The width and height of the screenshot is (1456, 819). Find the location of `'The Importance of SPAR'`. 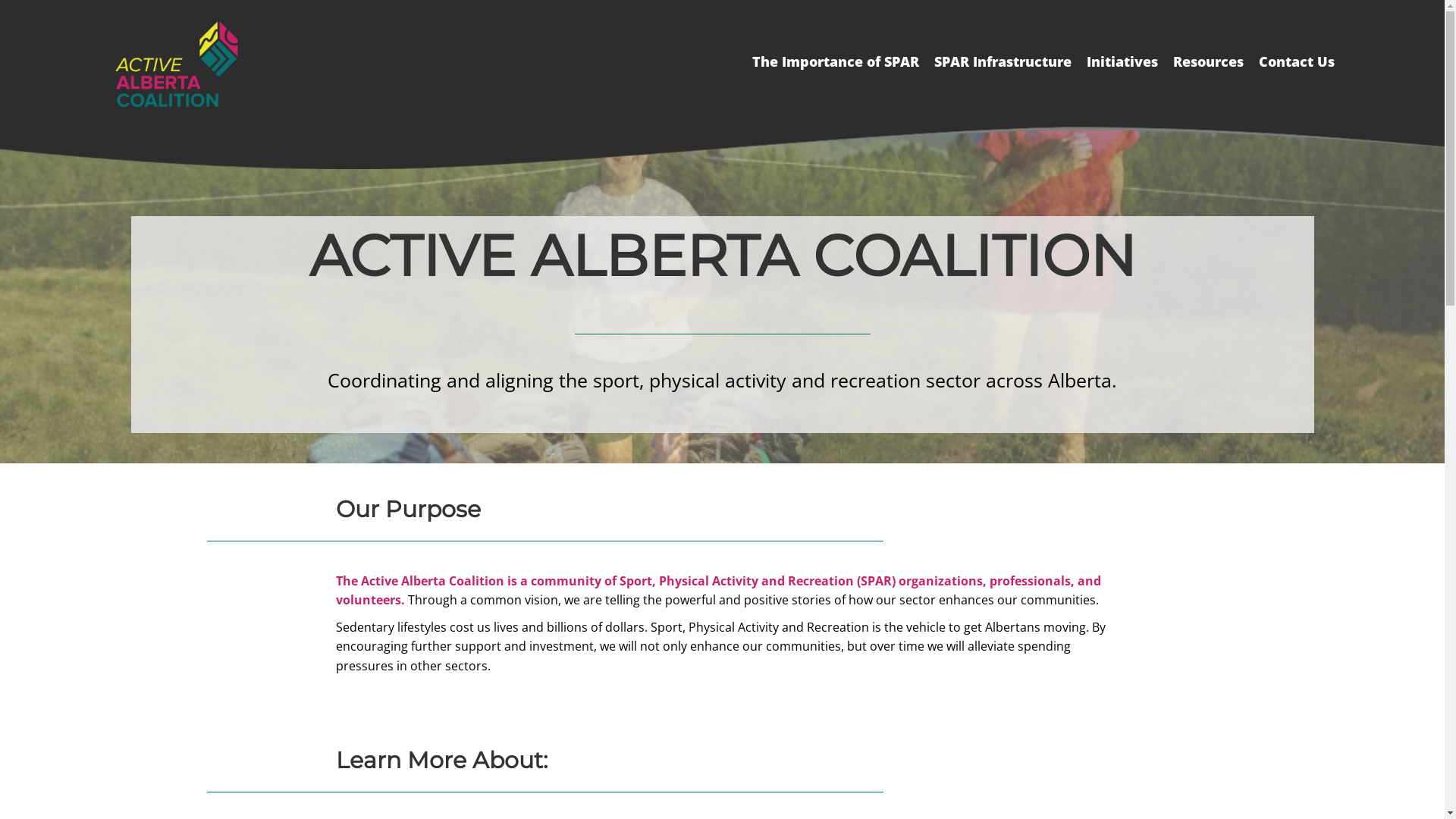

'The Importance of SPAR' is located at coordinates (835, 61).